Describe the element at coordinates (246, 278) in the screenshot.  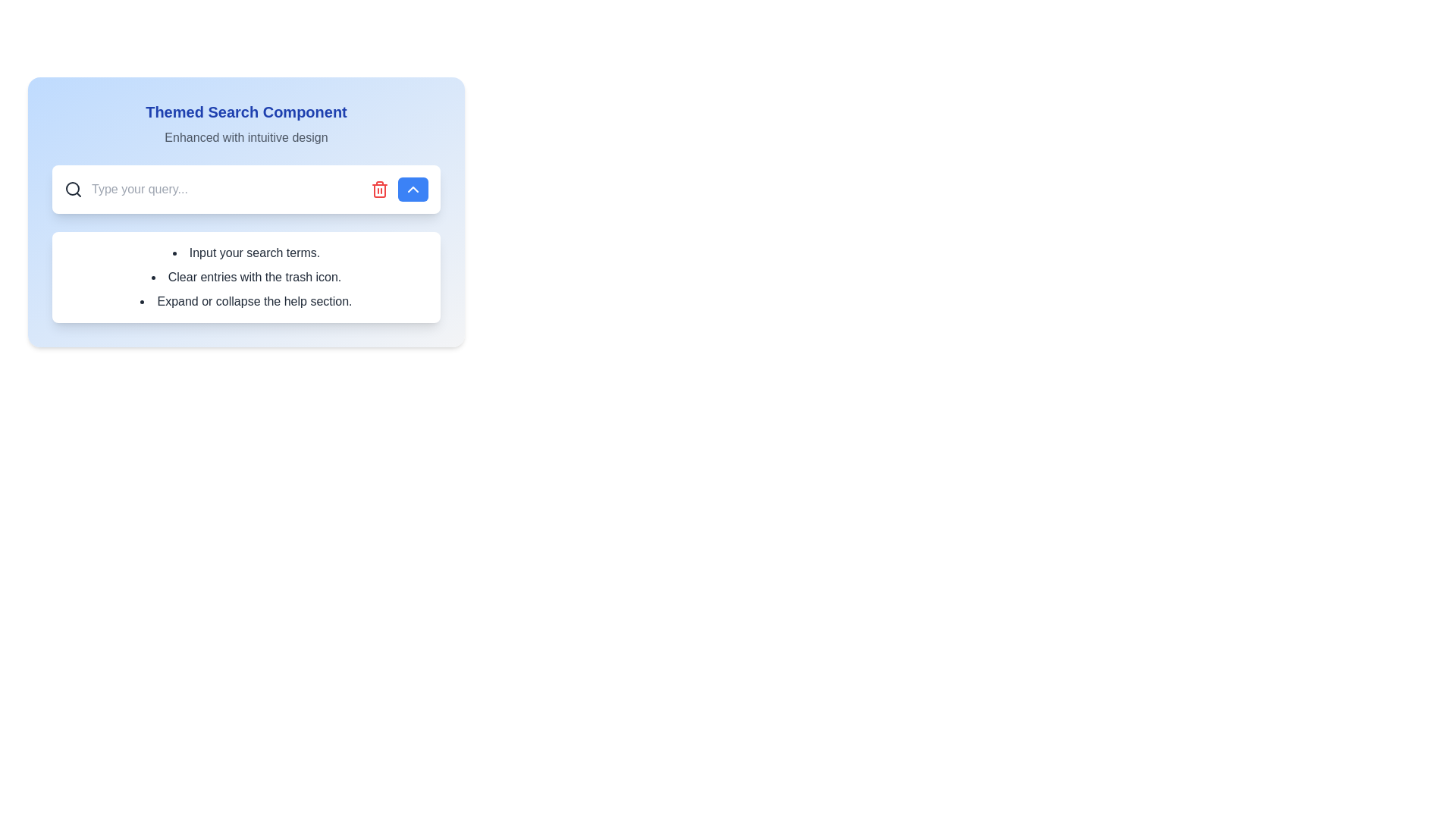
I see `the instructional text block that guides the user to utilize the trash icon to clear entries, which is the second item in the vertical list of bullet points` at that location.